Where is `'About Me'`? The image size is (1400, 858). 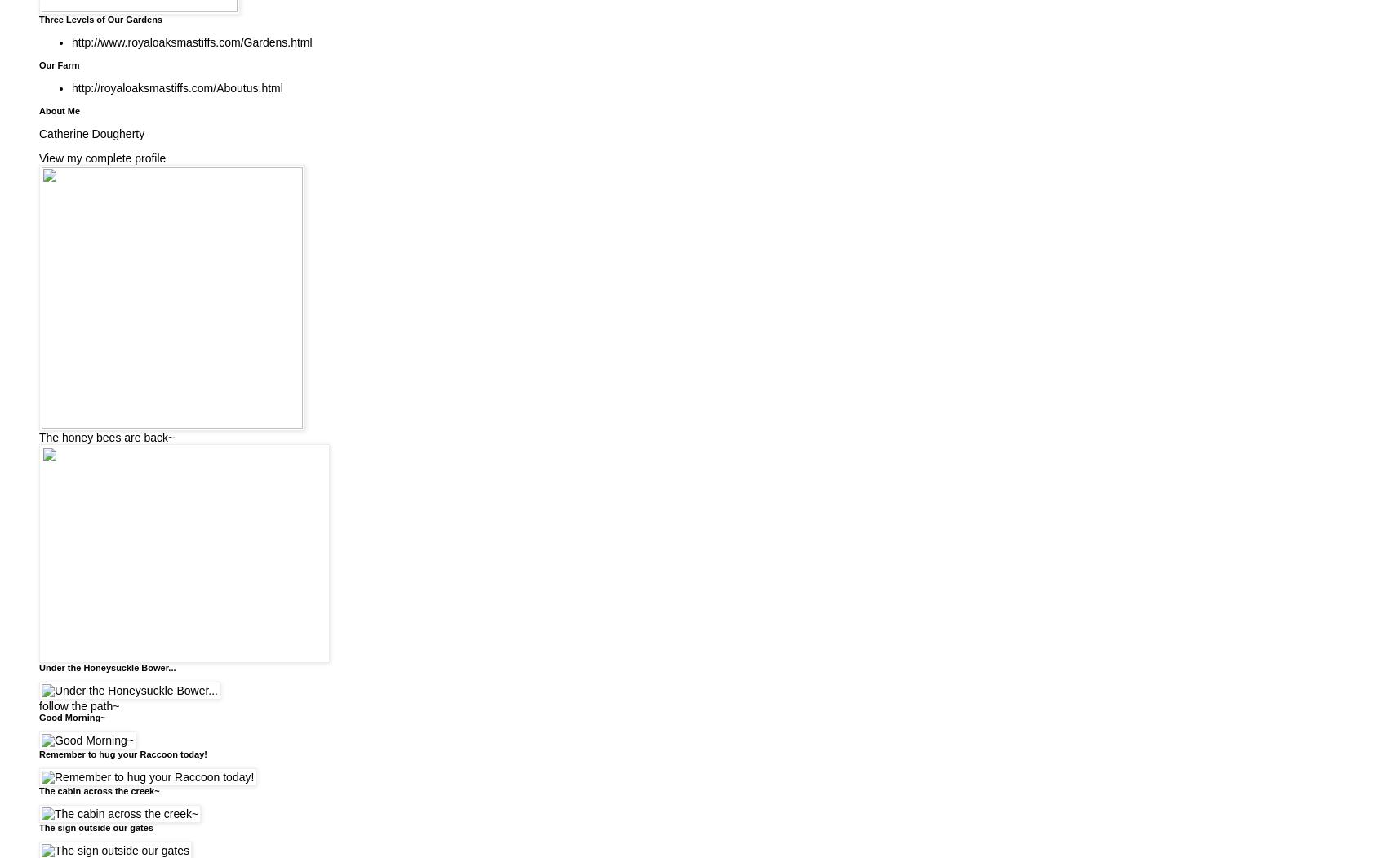 'About Me' is located at coordinates (38, 109).